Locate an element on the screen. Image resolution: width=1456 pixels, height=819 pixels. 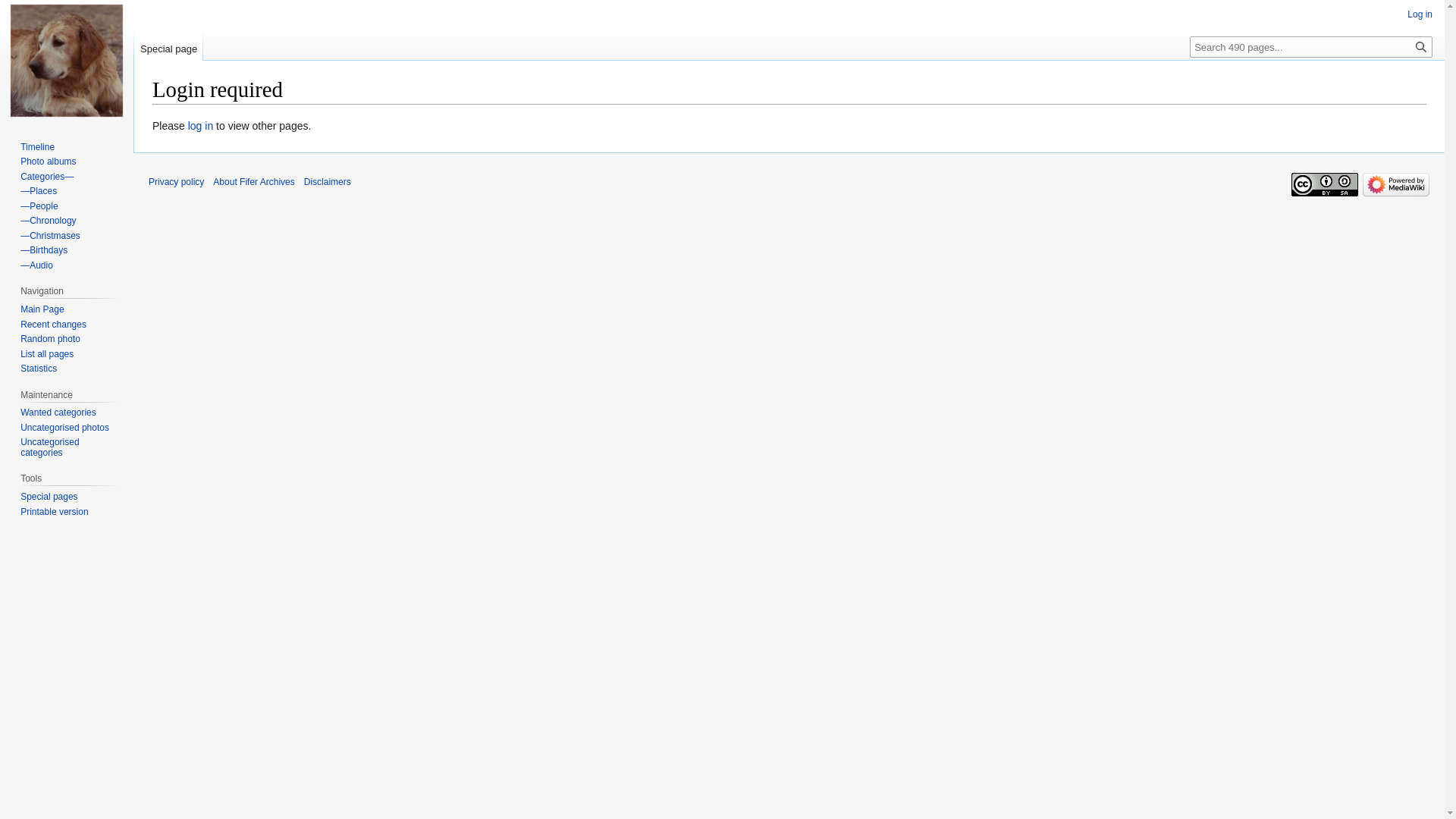
'Statistics' is located at coordinates (20, 369).